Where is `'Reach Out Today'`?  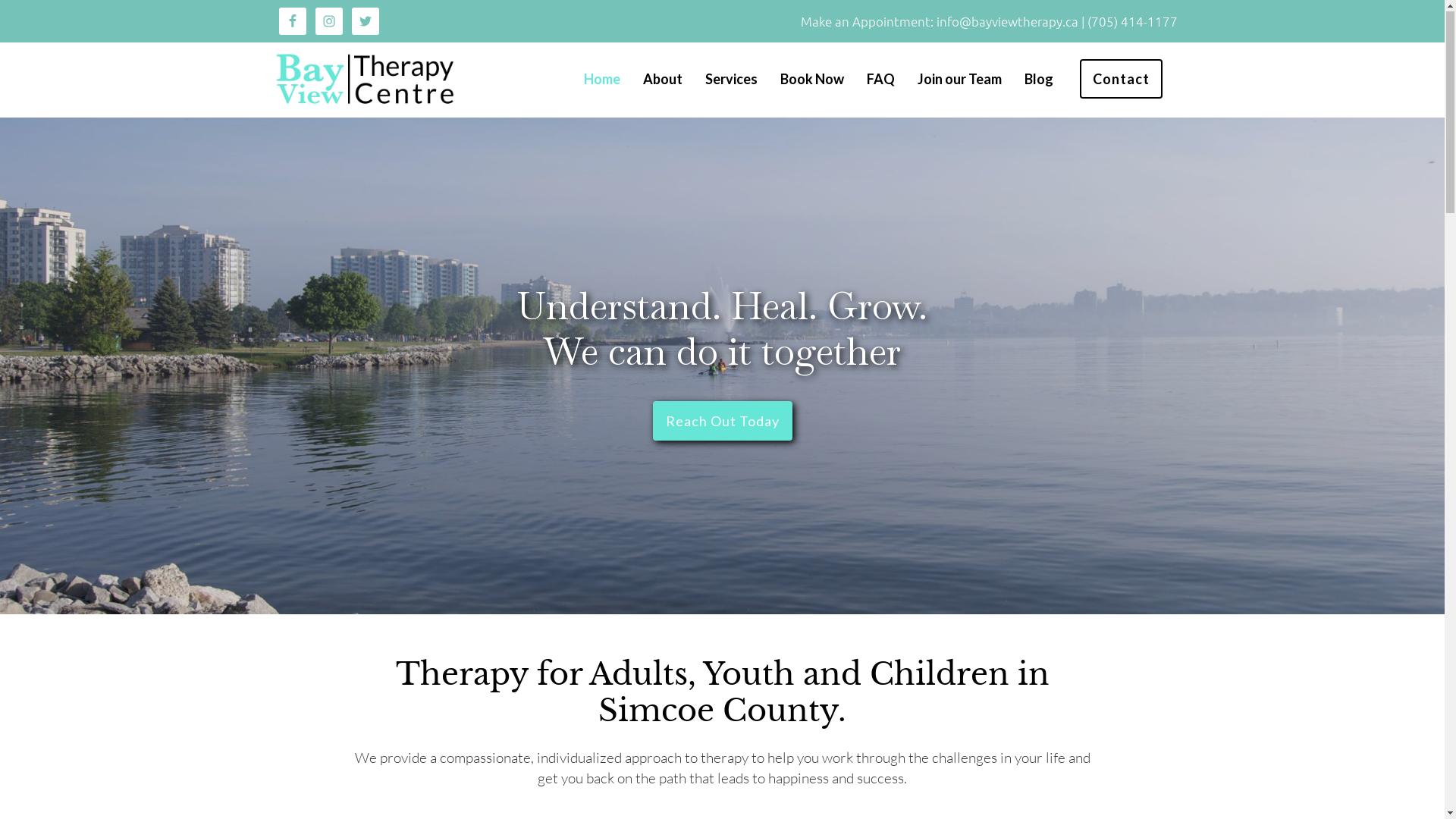 'Reach Out Today' is located at coordinates (651, 421).